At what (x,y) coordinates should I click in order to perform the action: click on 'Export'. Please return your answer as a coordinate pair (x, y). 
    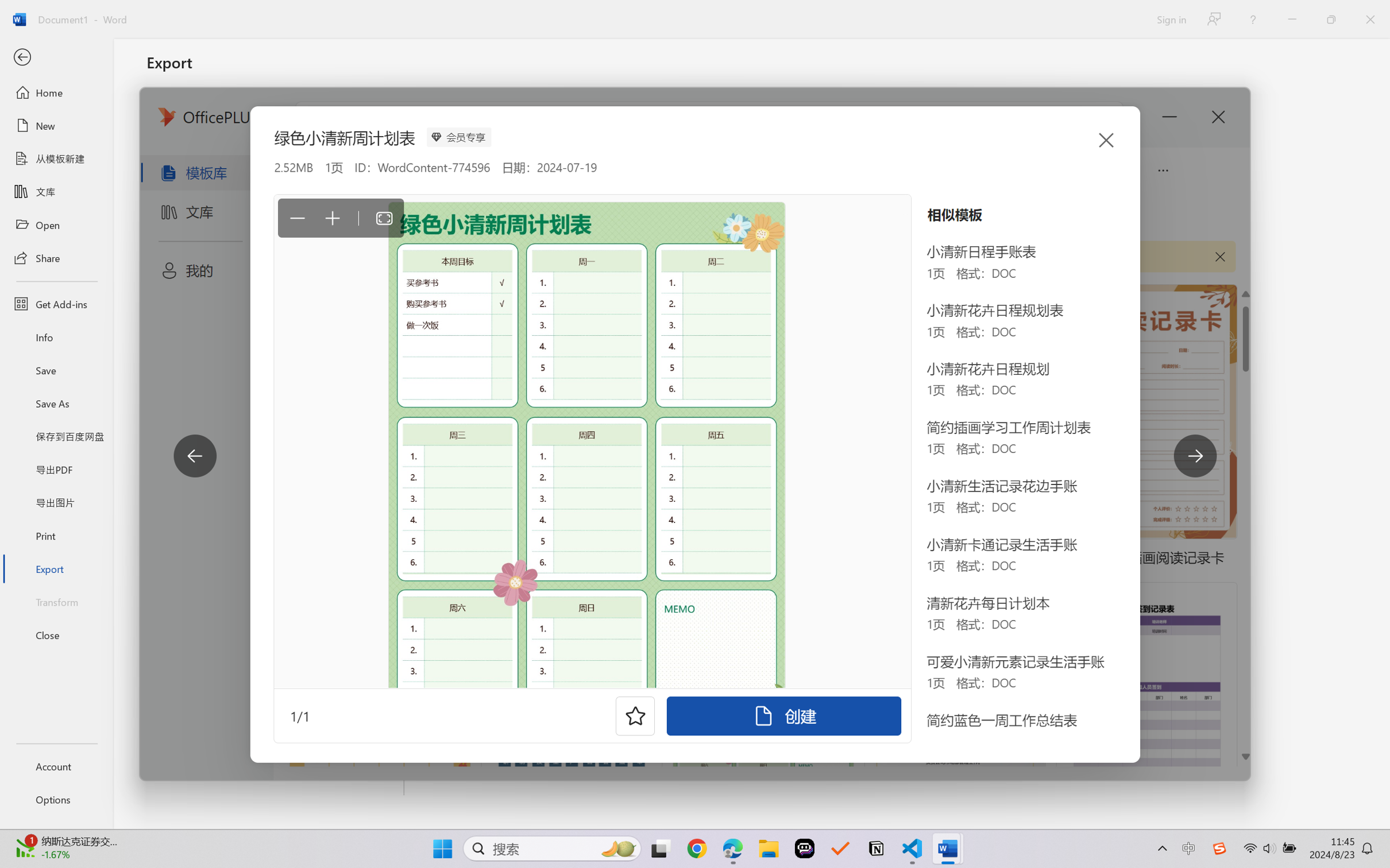
    Looking at the image, I should click on (56, 568).